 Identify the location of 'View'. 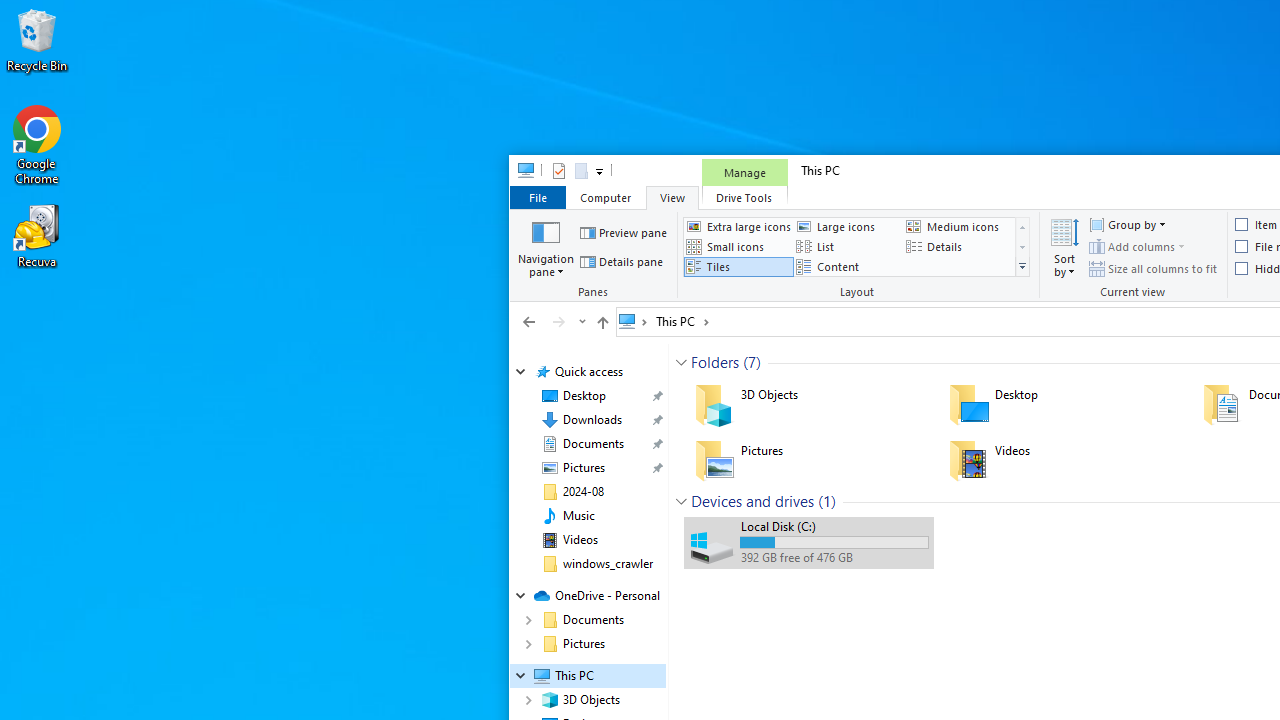
(672, 197).